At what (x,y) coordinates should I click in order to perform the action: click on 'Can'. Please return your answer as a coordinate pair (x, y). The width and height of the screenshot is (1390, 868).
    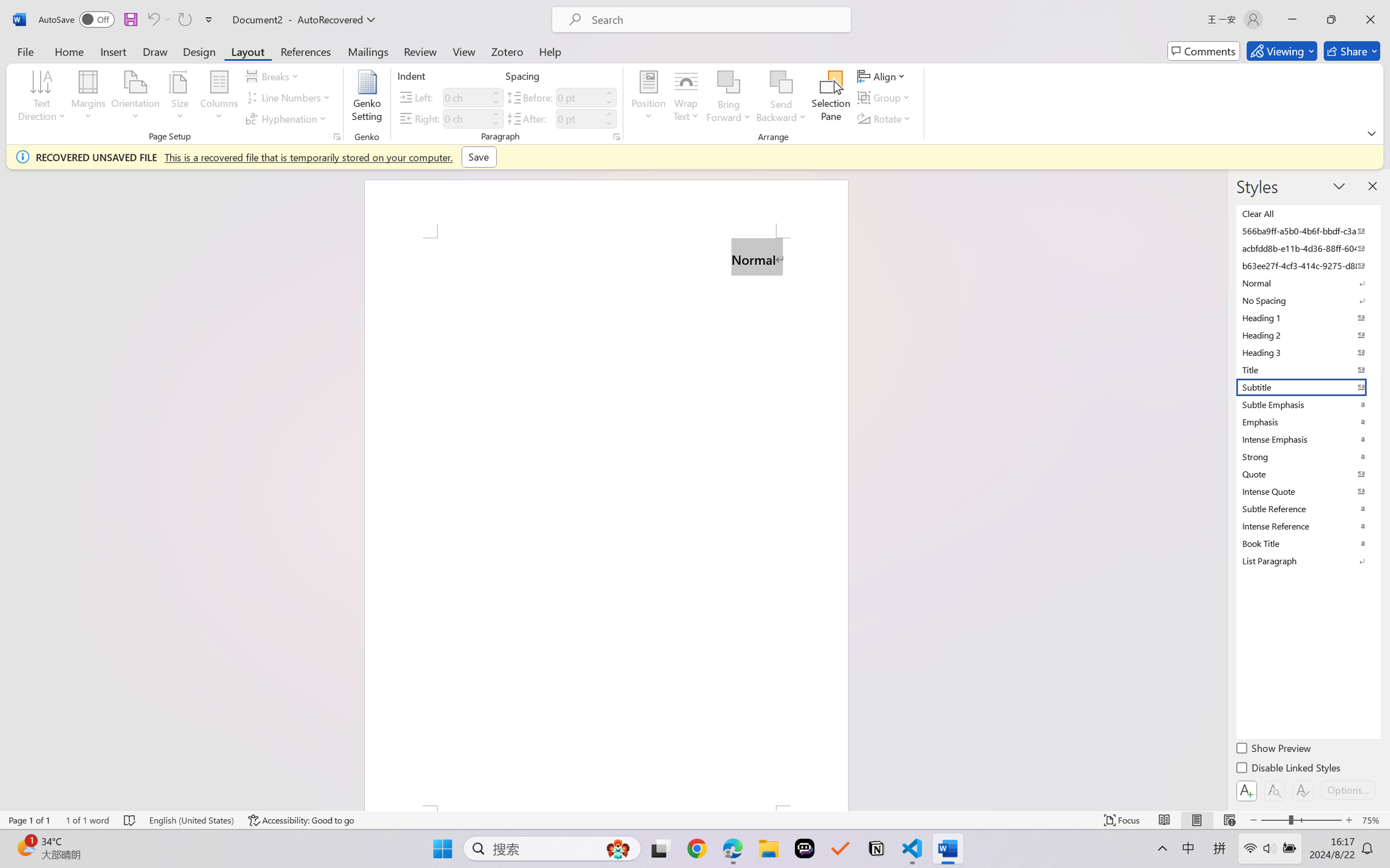
    Looking at the image, I should click on (184, 19).